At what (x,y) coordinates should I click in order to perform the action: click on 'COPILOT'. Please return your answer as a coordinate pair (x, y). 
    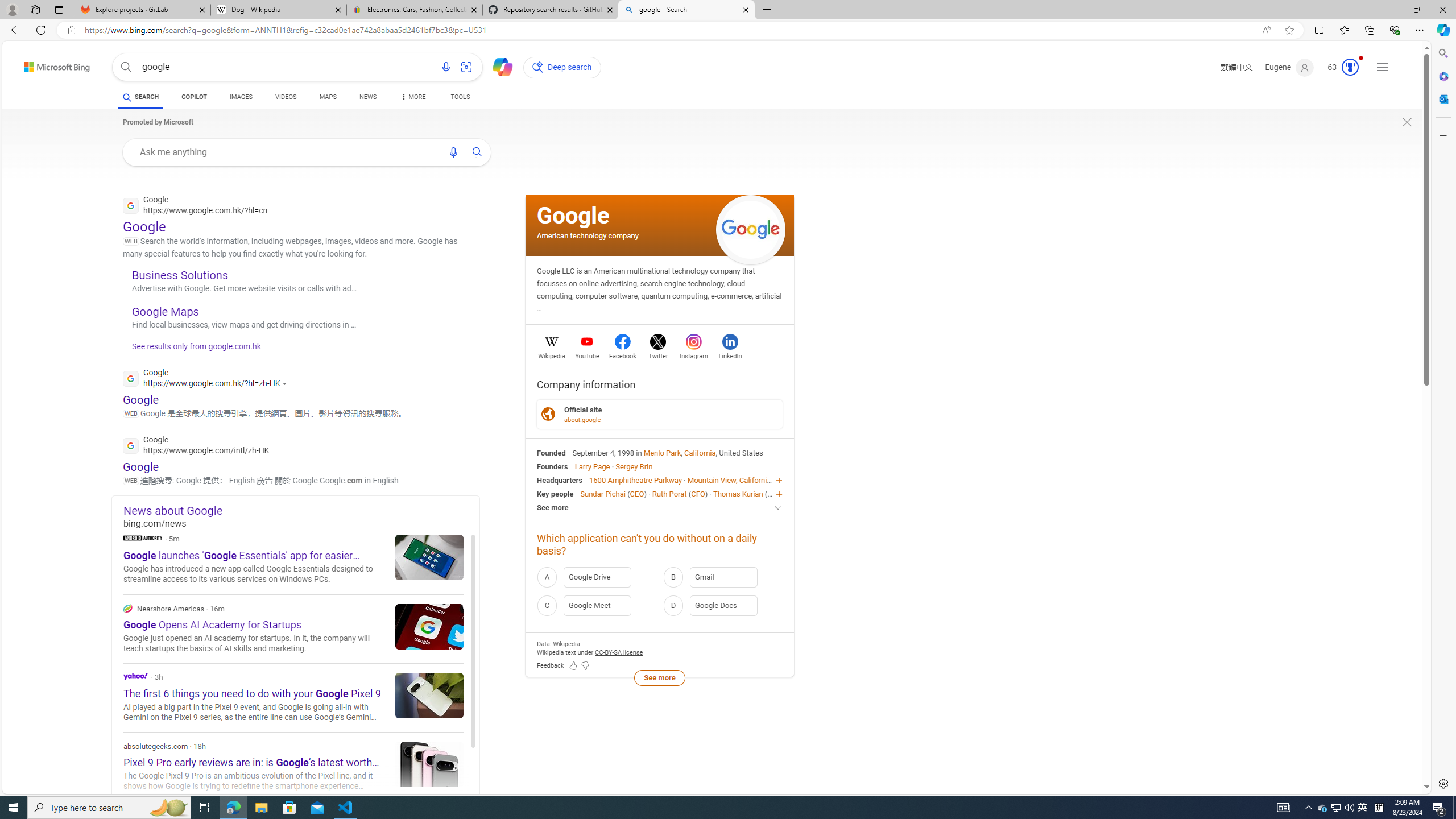
    Looking at the image, I should click on (193, 98).